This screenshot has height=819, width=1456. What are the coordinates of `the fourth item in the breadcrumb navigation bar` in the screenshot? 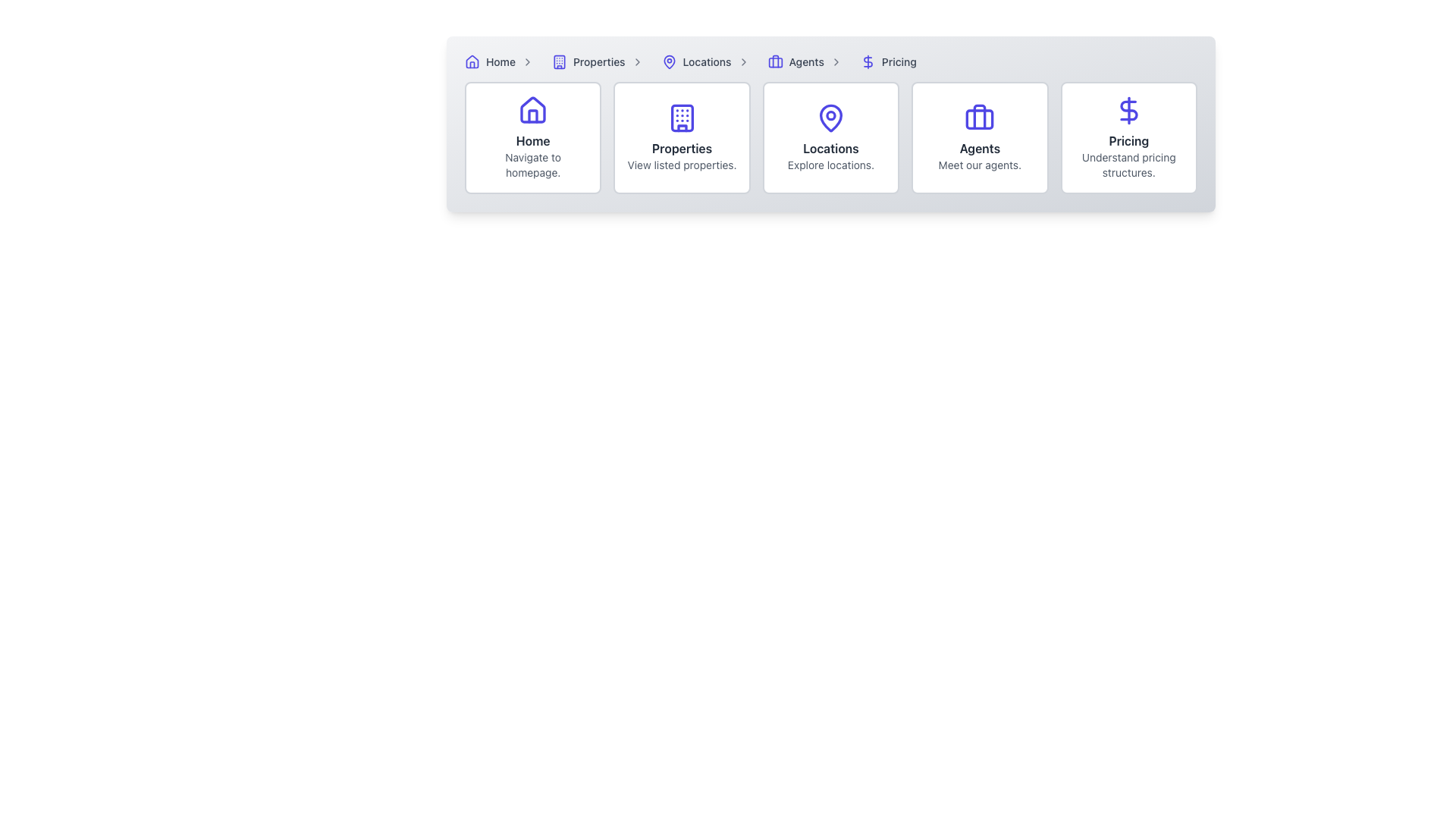 It's located at (807, 61).